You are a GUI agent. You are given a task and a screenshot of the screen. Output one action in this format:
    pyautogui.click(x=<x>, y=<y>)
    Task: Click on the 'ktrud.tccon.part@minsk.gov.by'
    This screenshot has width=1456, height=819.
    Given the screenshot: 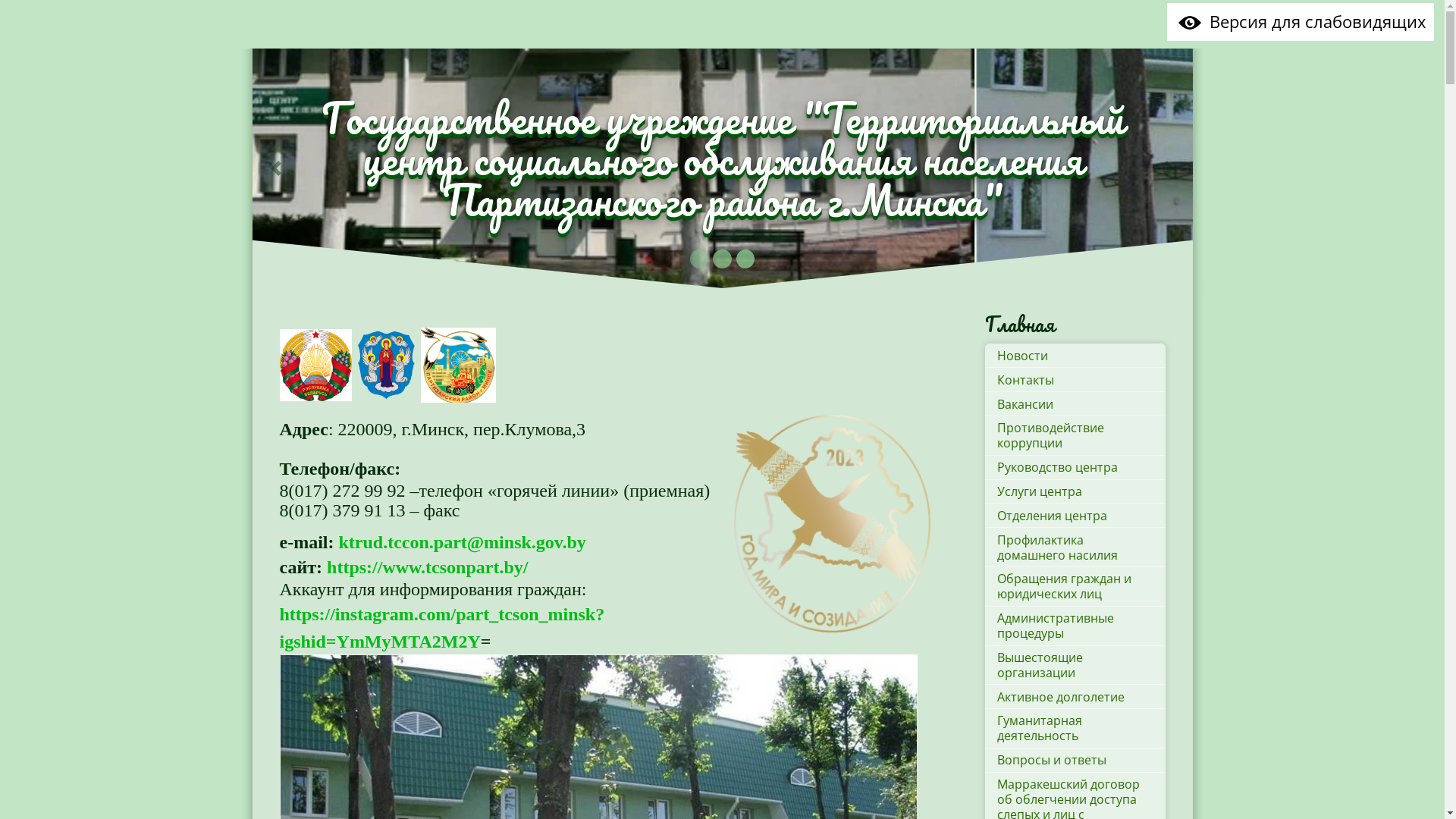 What is the action you would take?
    pyautogui.click(x=461, y=541)
    